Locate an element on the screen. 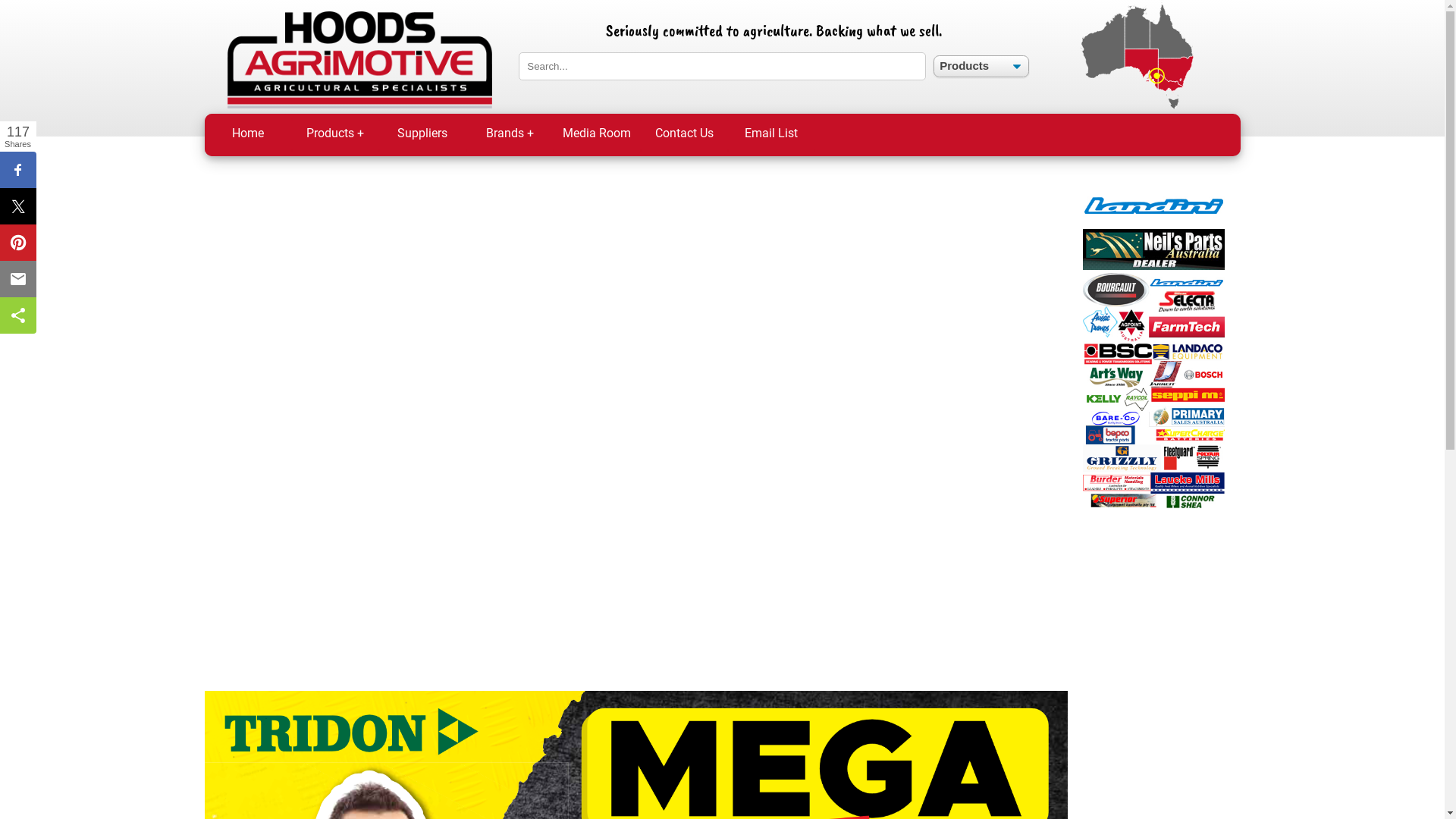 The width and height of the screenshot is (1456, 819). 'Contact Us' is located at coordinates (682, 133).